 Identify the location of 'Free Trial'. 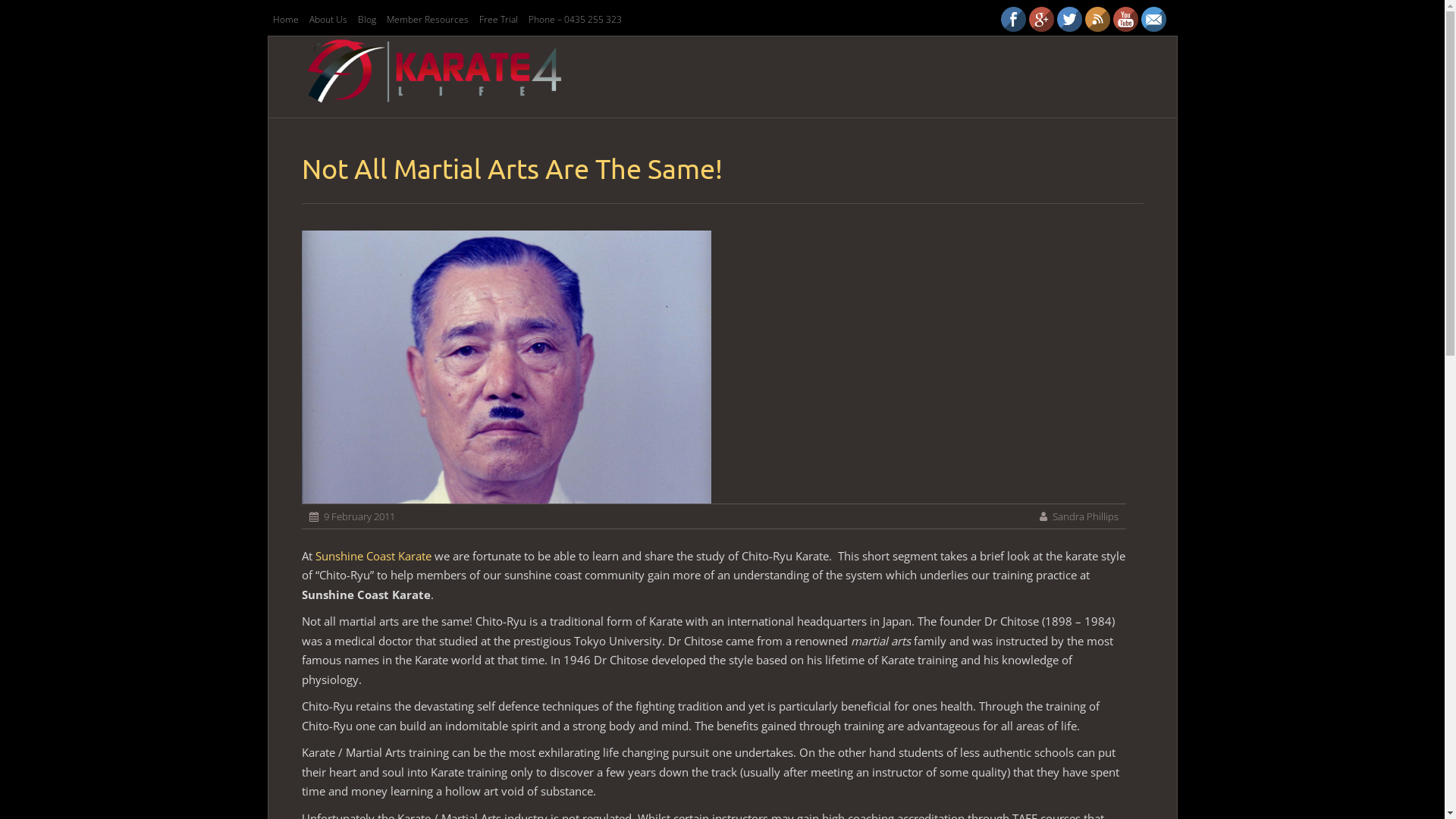
(497, 19).